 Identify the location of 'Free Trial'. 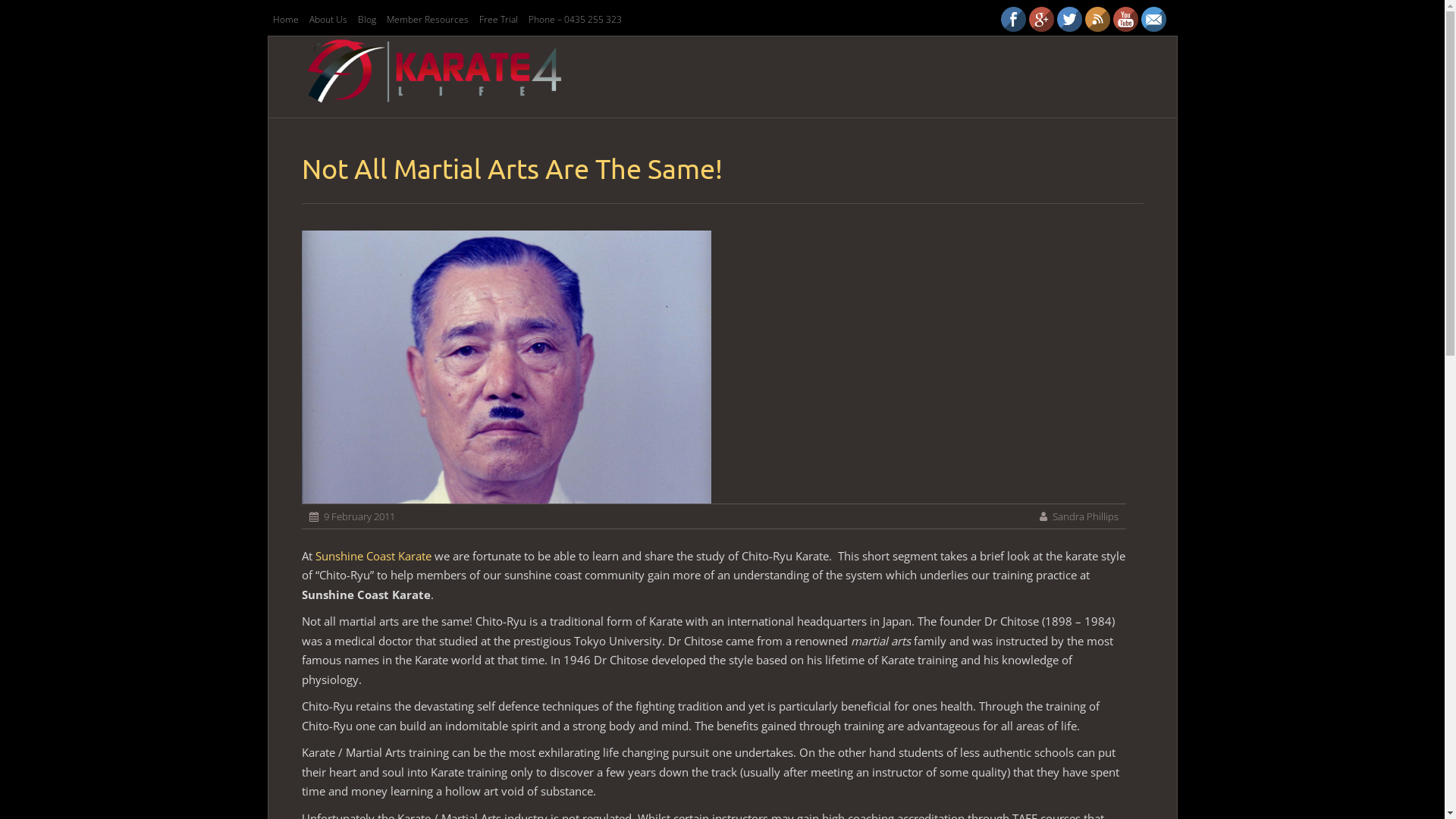
(497, 19).